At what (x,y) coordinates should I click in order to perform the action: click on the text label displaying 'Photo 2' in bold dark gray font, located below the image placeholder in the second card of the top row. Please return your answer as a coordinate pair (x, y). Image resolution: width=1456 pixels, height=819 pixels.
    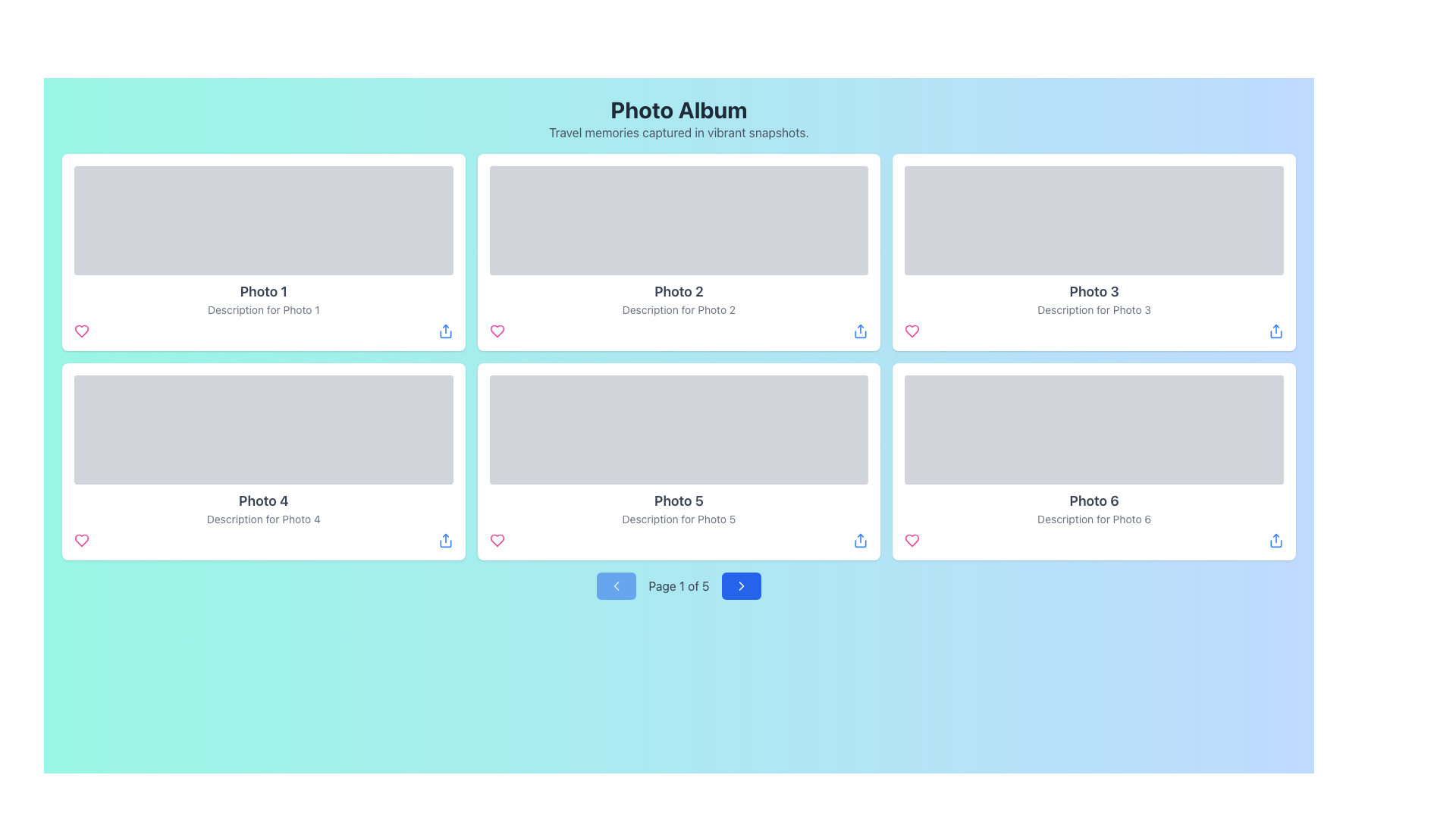
    Looking at the image, I should click on (678, 292).